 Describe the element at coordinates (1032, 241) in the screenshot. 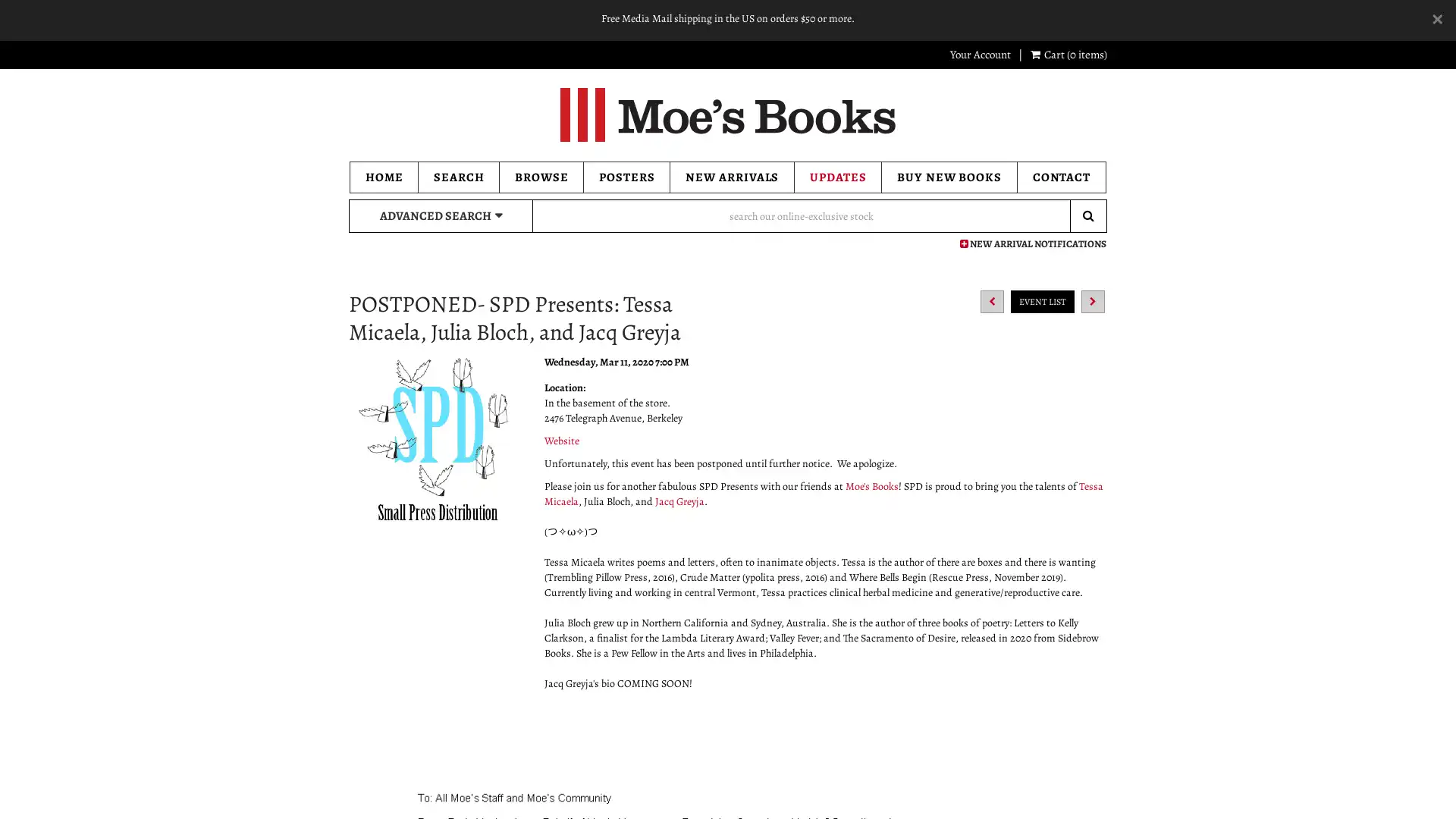

I see `NEW ARRIVAL NOTIFICATIONS` at that location.